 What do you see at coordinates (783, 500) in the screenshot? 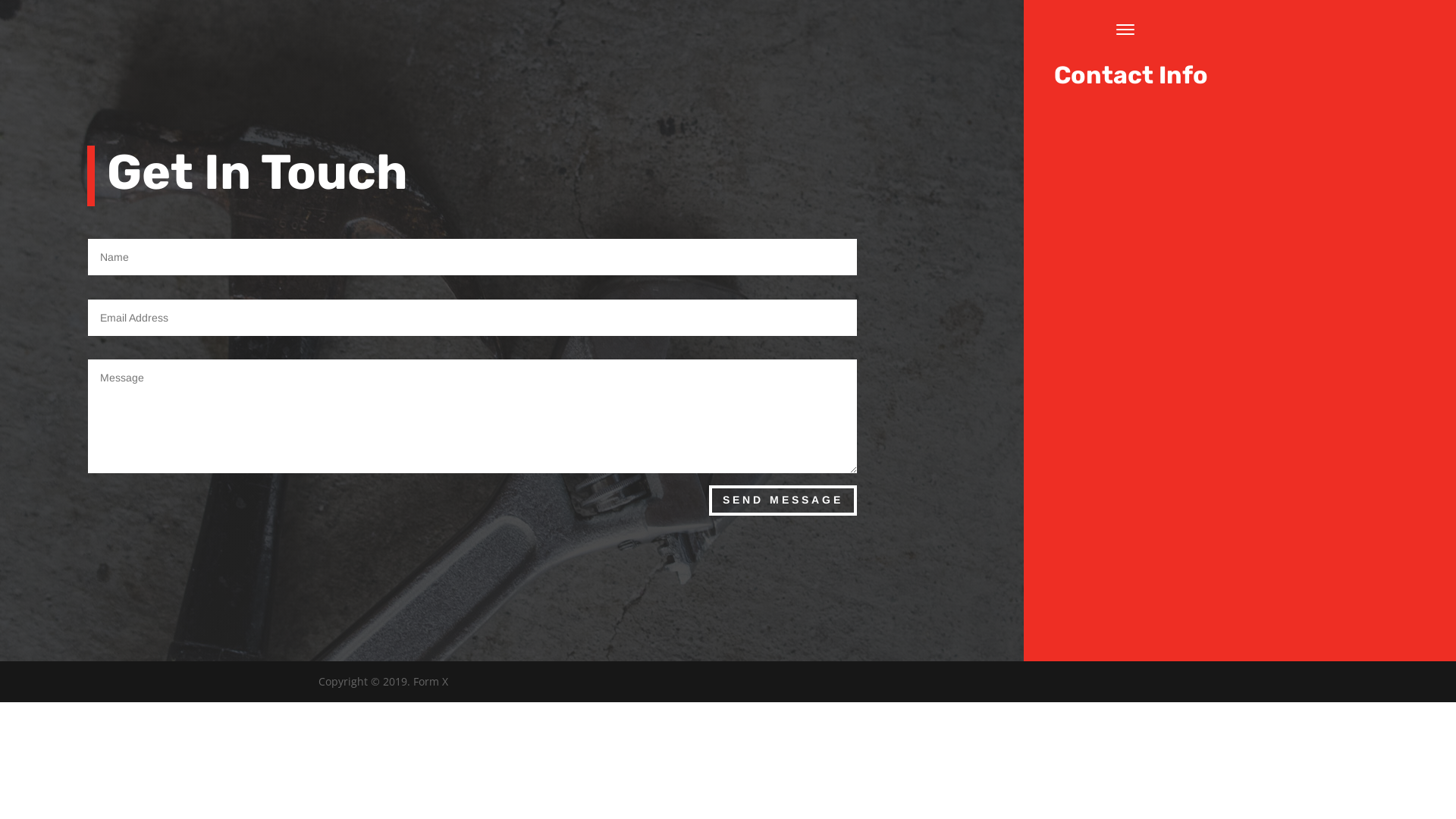
I see `'SEND MESSAGE'` at bounding box center [783, 500].